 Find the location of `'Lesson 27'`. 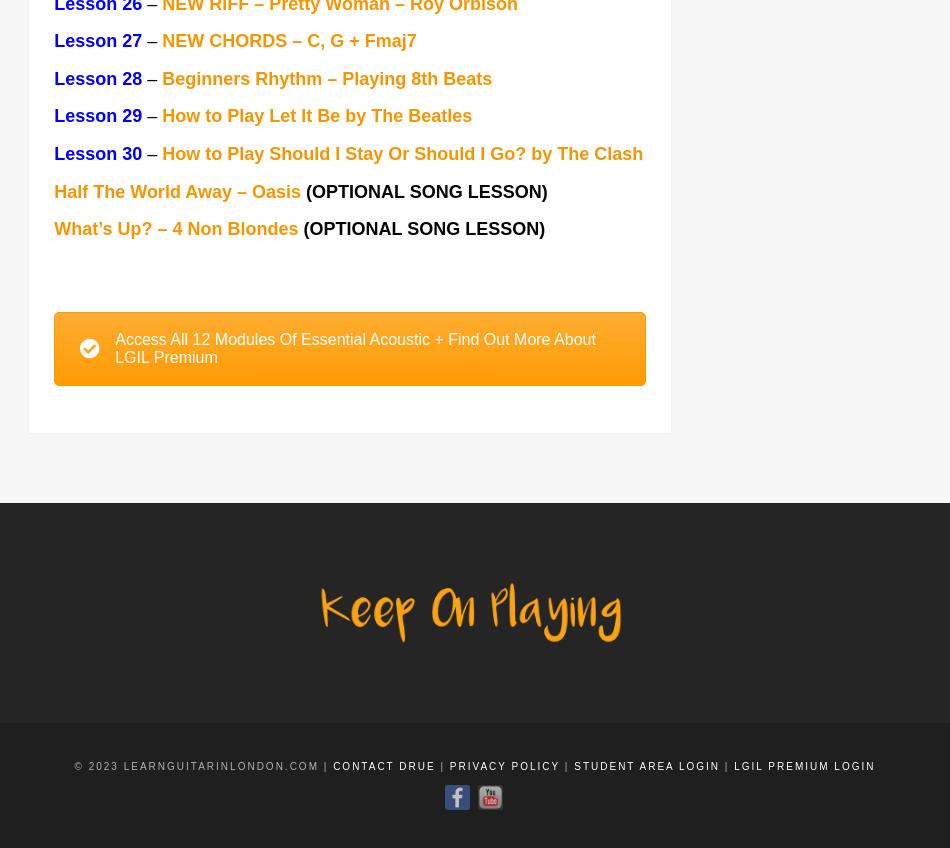

'Lesson 27' is located at coordinates (98, 41).